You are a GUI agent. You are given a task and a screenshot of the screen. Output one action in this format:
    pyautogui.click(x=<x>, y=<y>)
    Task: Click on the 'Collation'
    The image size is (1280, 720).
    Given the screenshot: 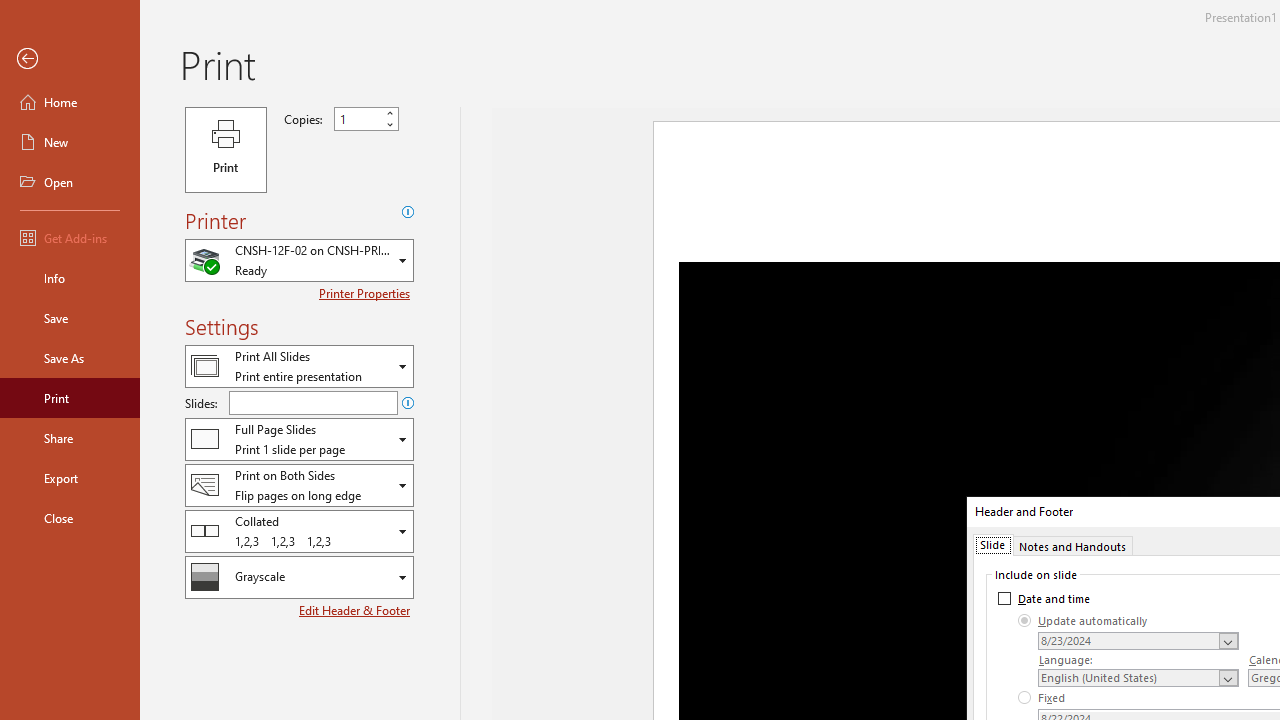 What is the action you would take?
    pyautogui.click(x=298, y=530)
    